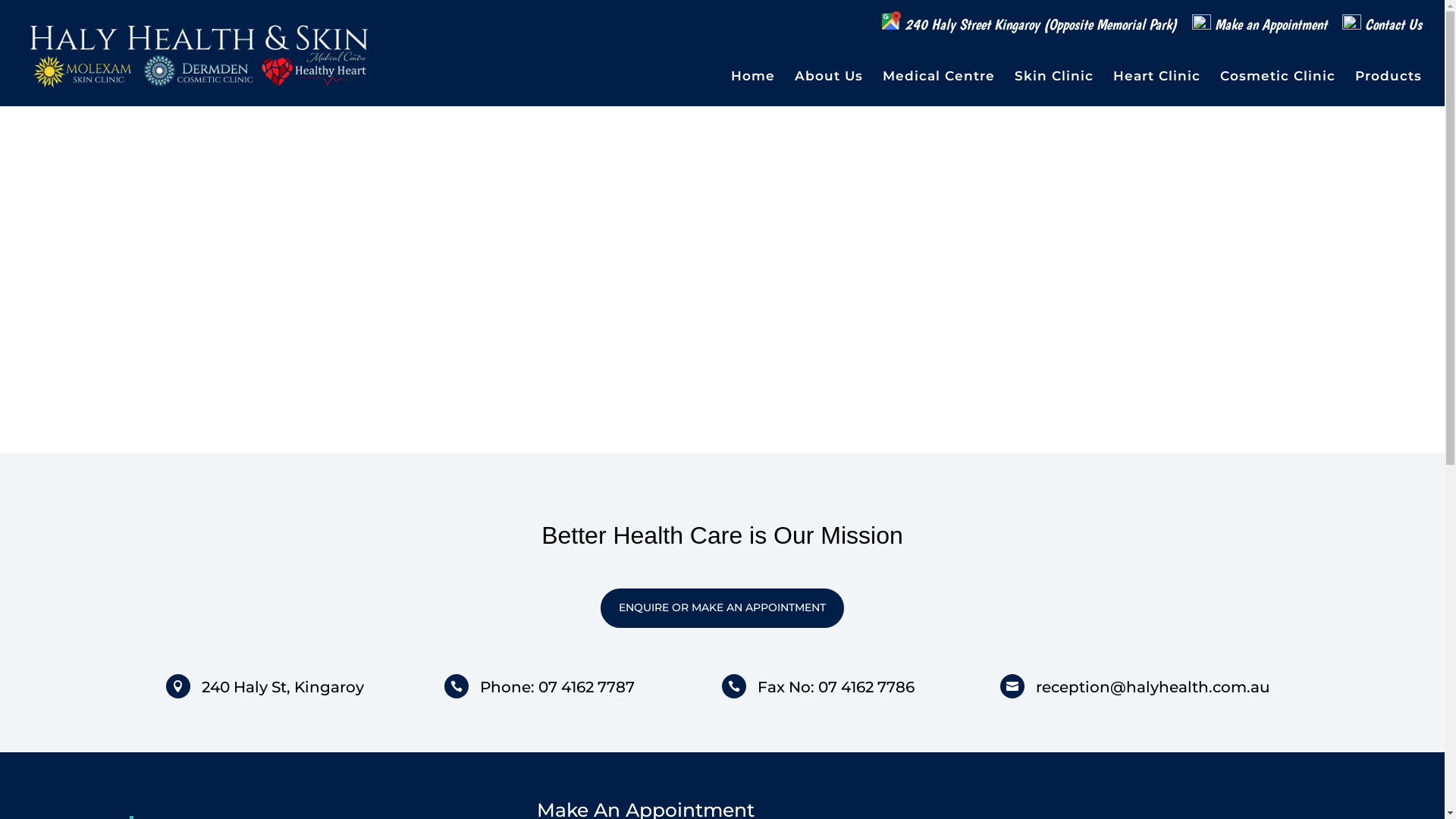 The width and height of the screenshot is (1456, 819). Describe the element at coordinates (1259, 30) in the screenshot. I see `'Make an Appointment'` at that location.